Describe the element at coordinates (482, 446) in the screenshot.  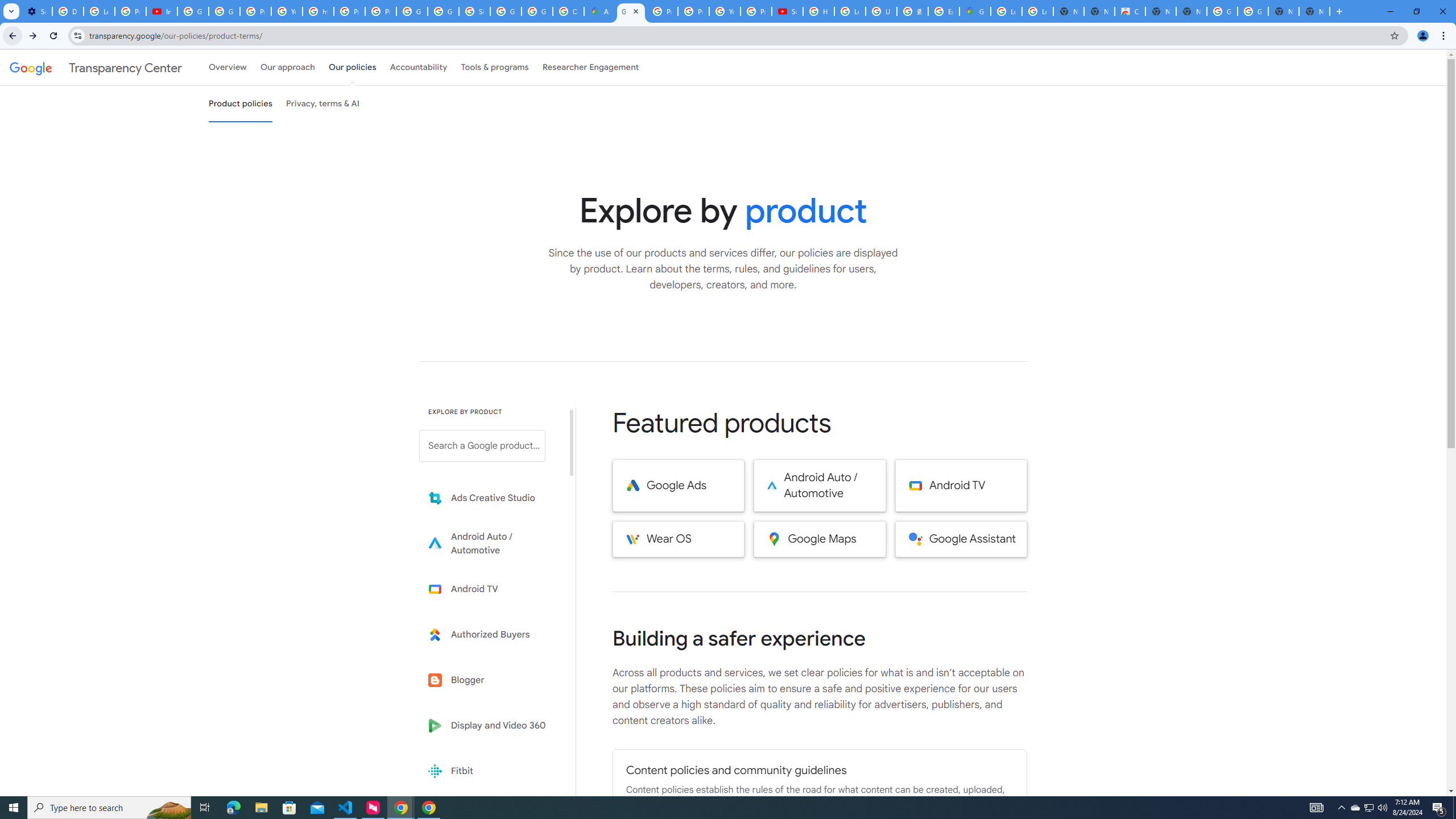
I see `'Search a Google product from below list.'` at that location.